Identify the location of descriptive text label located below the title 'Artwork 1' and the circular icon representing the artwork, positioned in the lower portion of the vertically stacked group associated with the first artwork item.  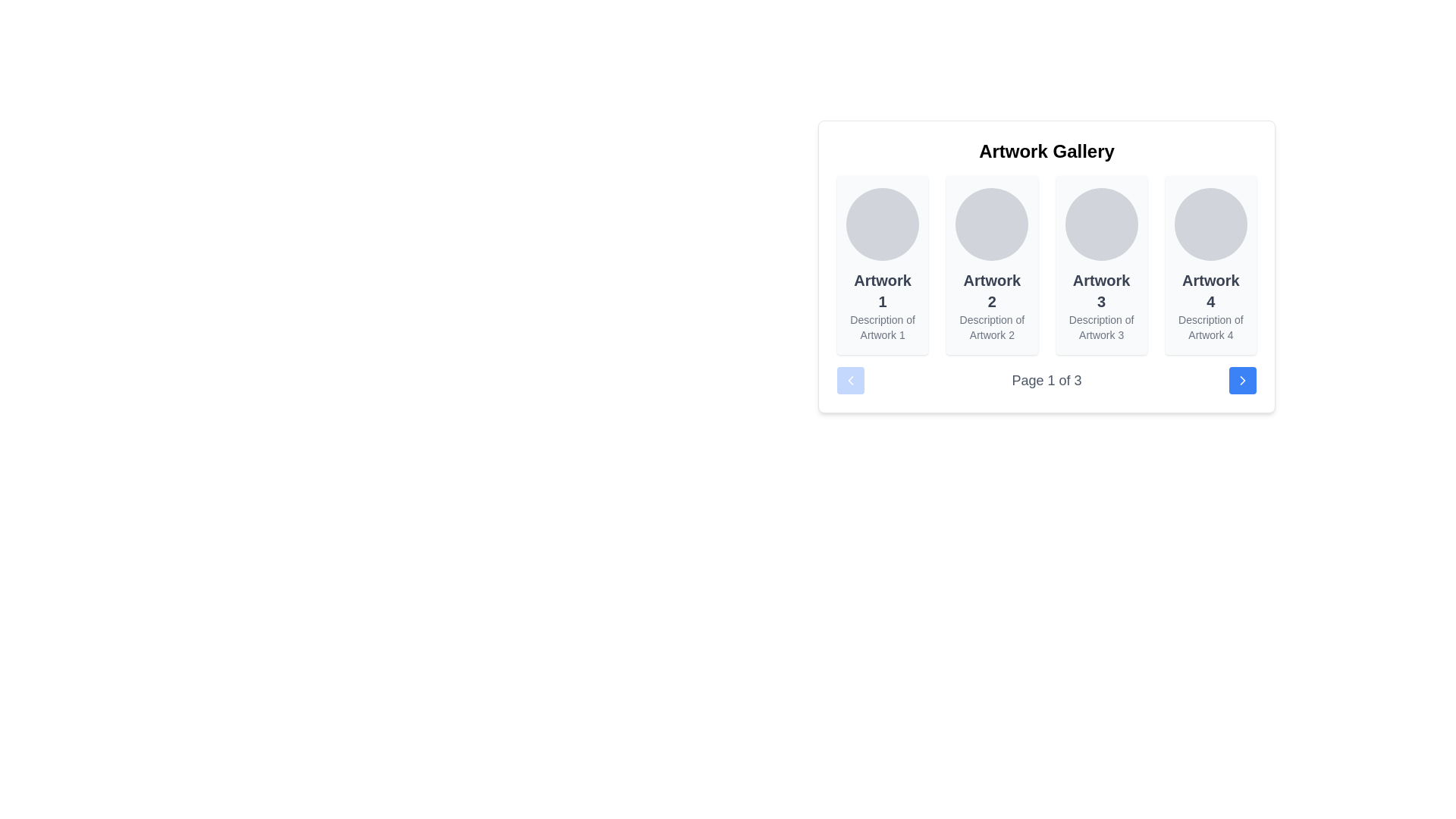
(883, 327).